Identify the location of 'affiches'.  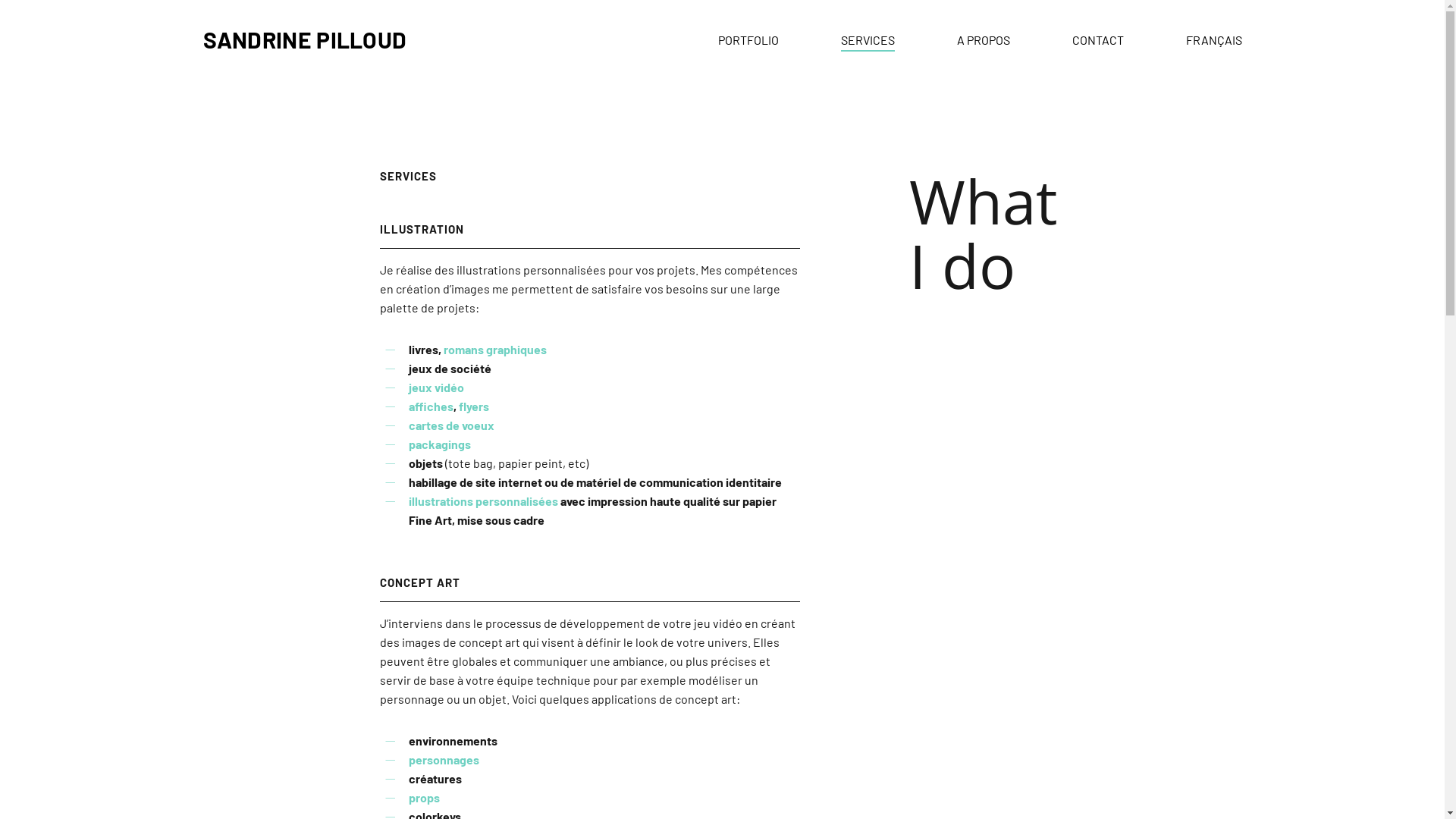
(430, 405).